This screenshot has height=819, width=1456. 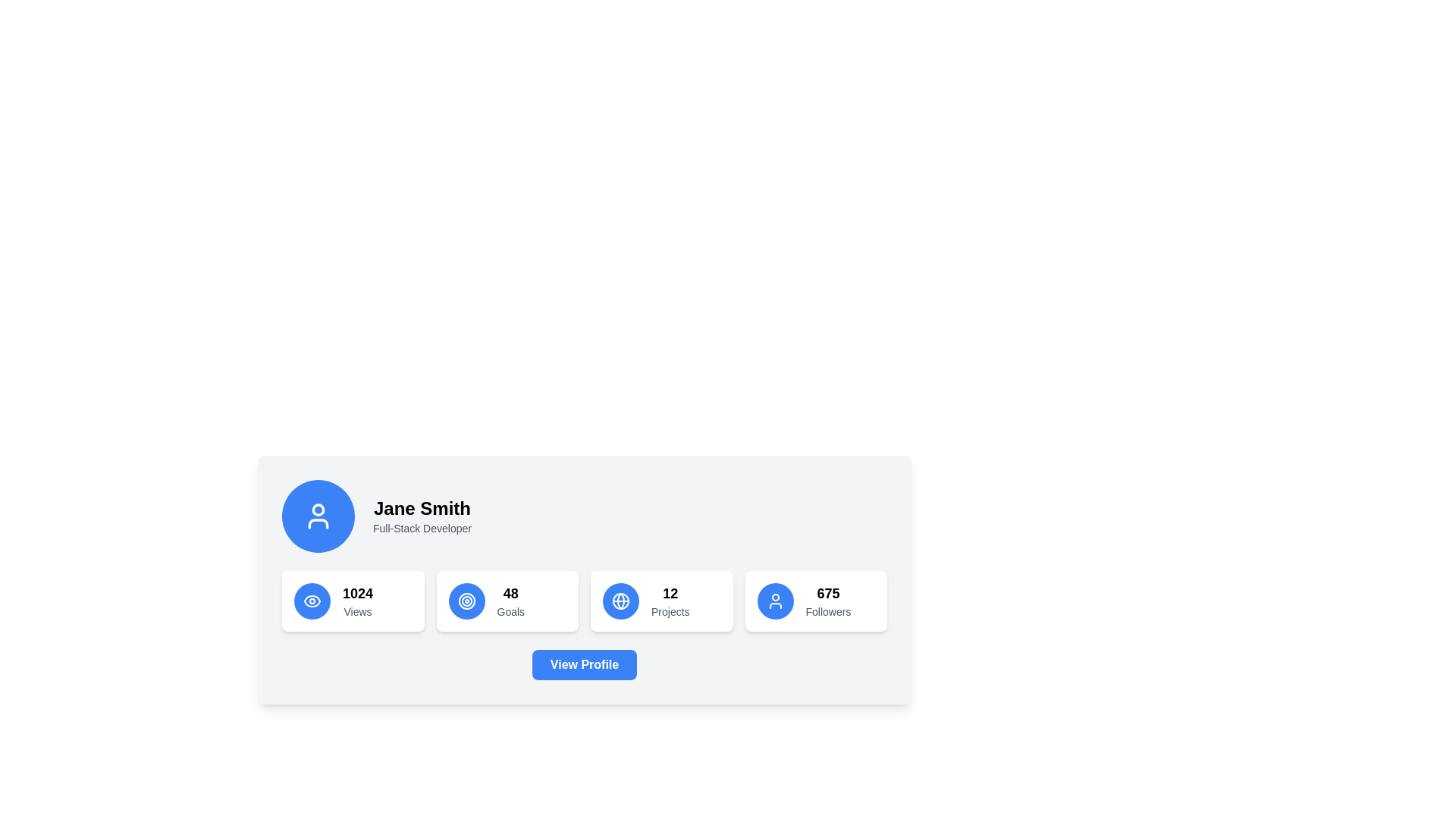 What do you see at coordinates (510, 593) in the screenshot?
I see `the text label displaying the number '48', which is bold and larger than nearby text, located within the 'Goals' section of the user statistics card` at bounding box center [510, 593].